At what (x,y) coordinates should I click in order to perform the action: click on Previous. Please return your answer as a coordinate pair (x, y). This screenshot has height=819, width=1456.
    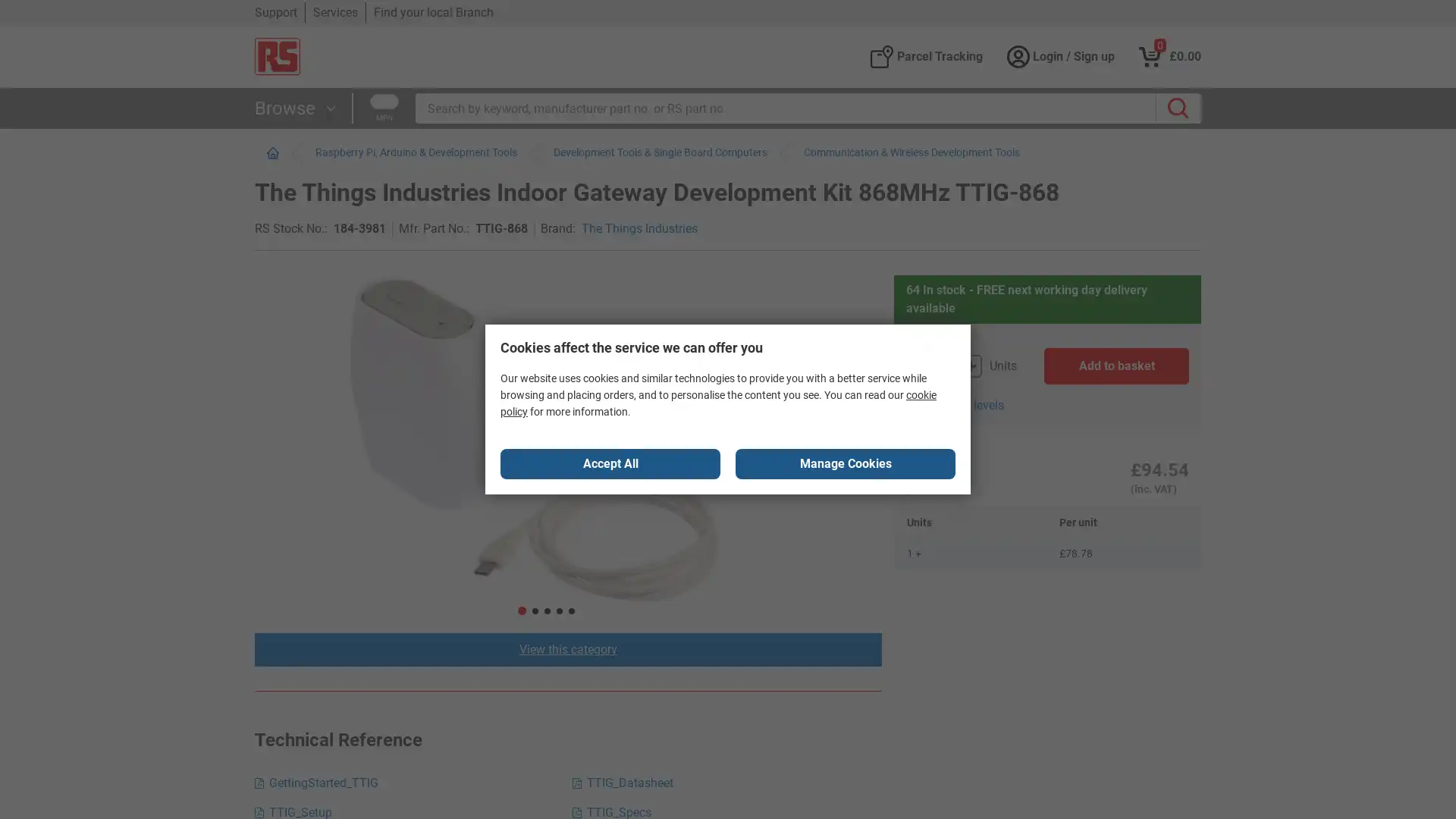
    Looking at the image, I should click on (297, 283).